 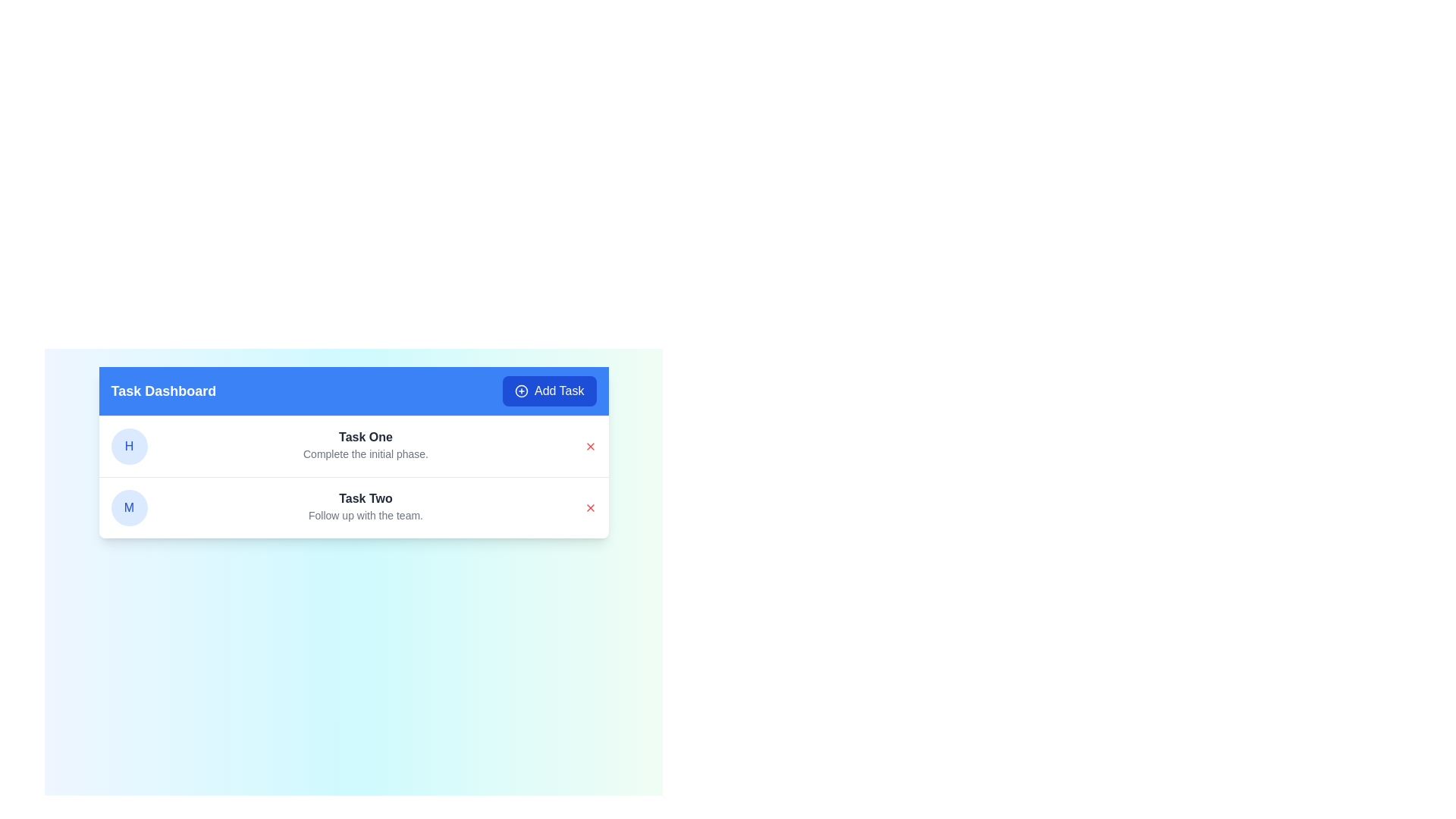 What do you see at coordinates (366, 499) in the screenshot?
I see `the title of the second task in the task list, which describes the task as 'Follow up with the team.'` at bounding box center [366, 499].